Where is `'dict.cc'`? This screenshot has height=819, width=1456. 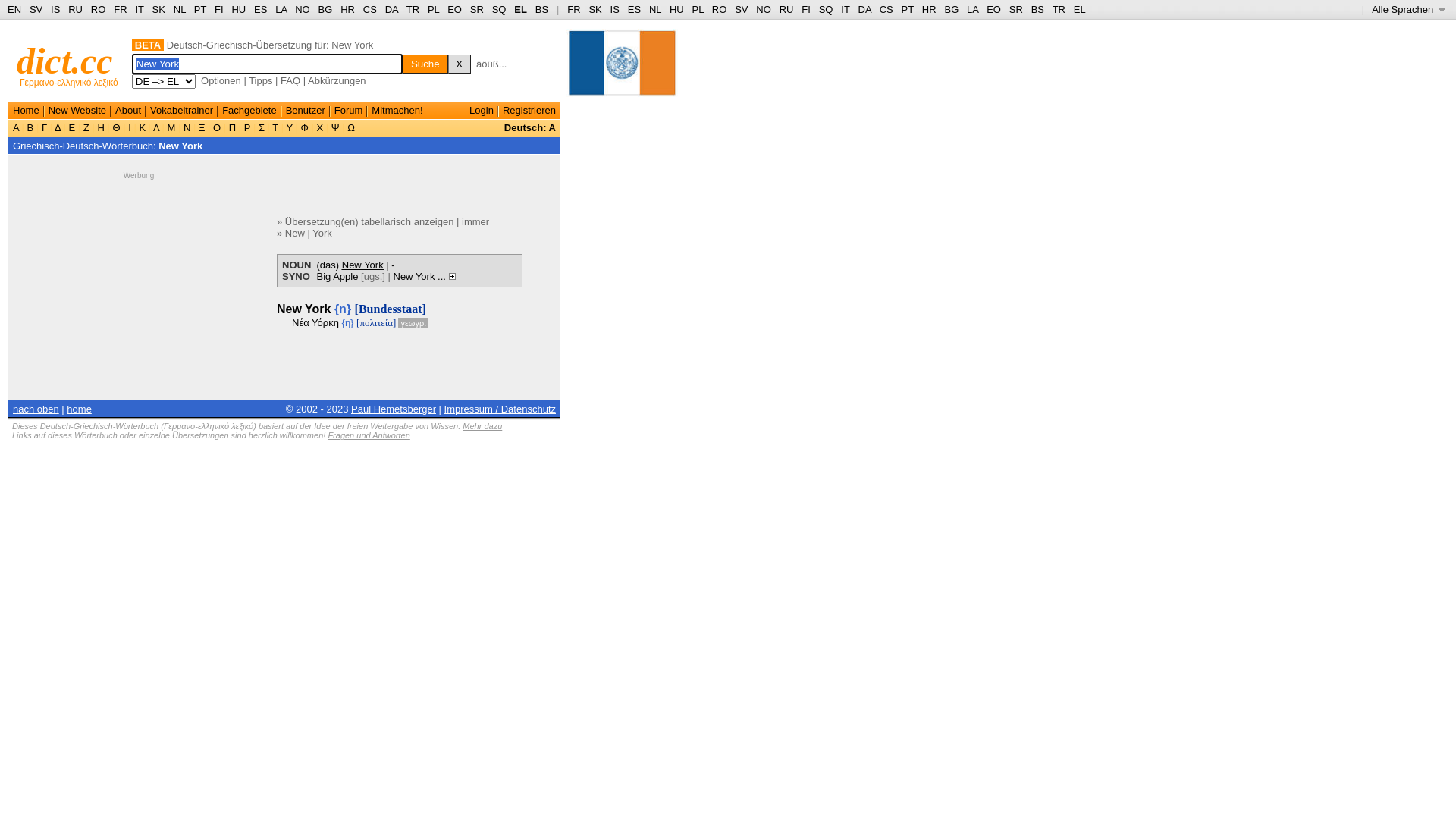
'dict.cc' is located at coordinates (64, 60).